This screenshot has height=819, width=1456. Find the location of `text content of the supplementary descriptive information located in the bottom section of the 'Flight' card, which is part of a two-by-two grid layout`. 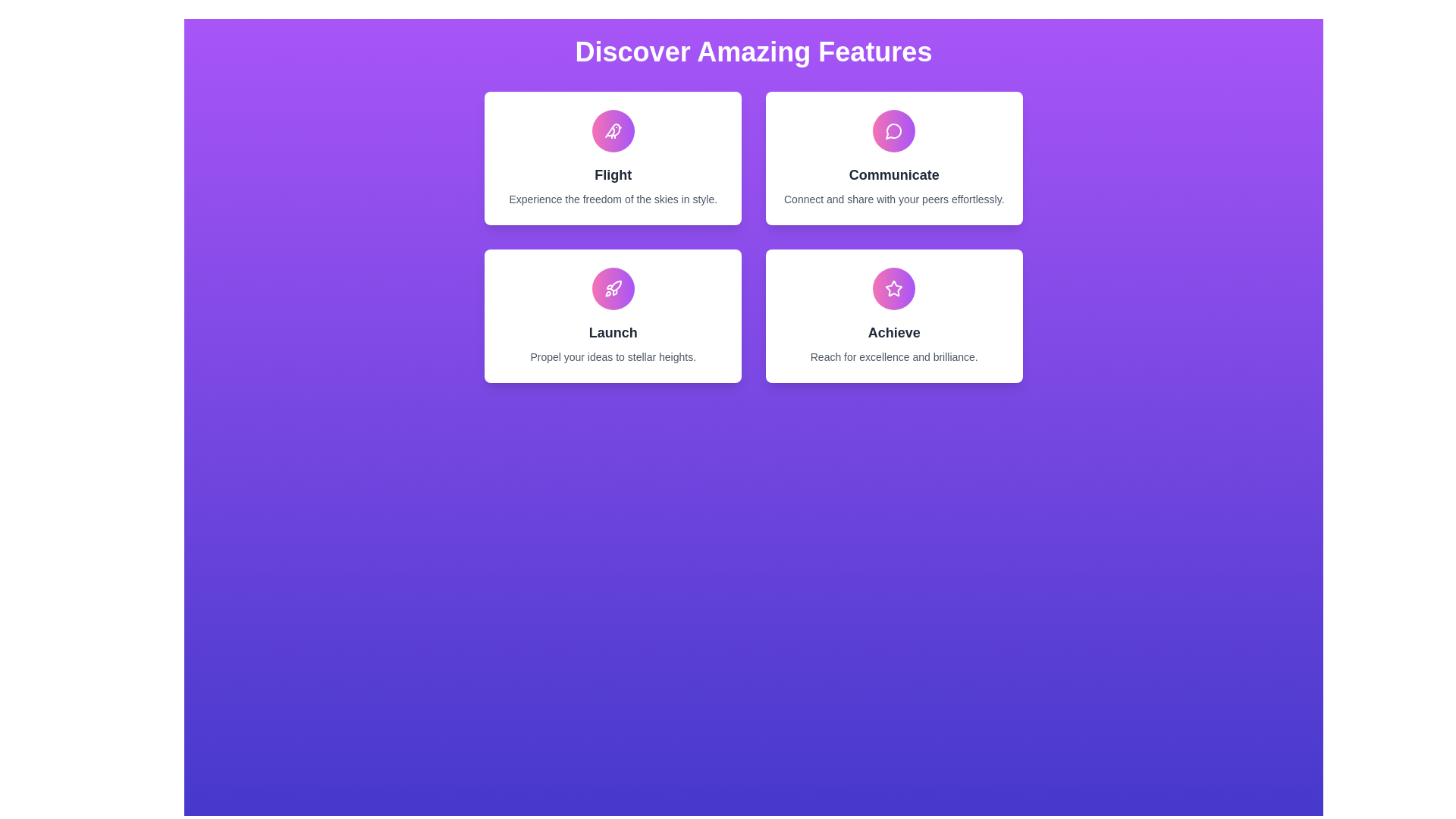

text content of the supplementary descriptive information located in the bottom section of the 'Flight' card, which is part of a two-by-two grid layout is located at coordinates (613, 198).